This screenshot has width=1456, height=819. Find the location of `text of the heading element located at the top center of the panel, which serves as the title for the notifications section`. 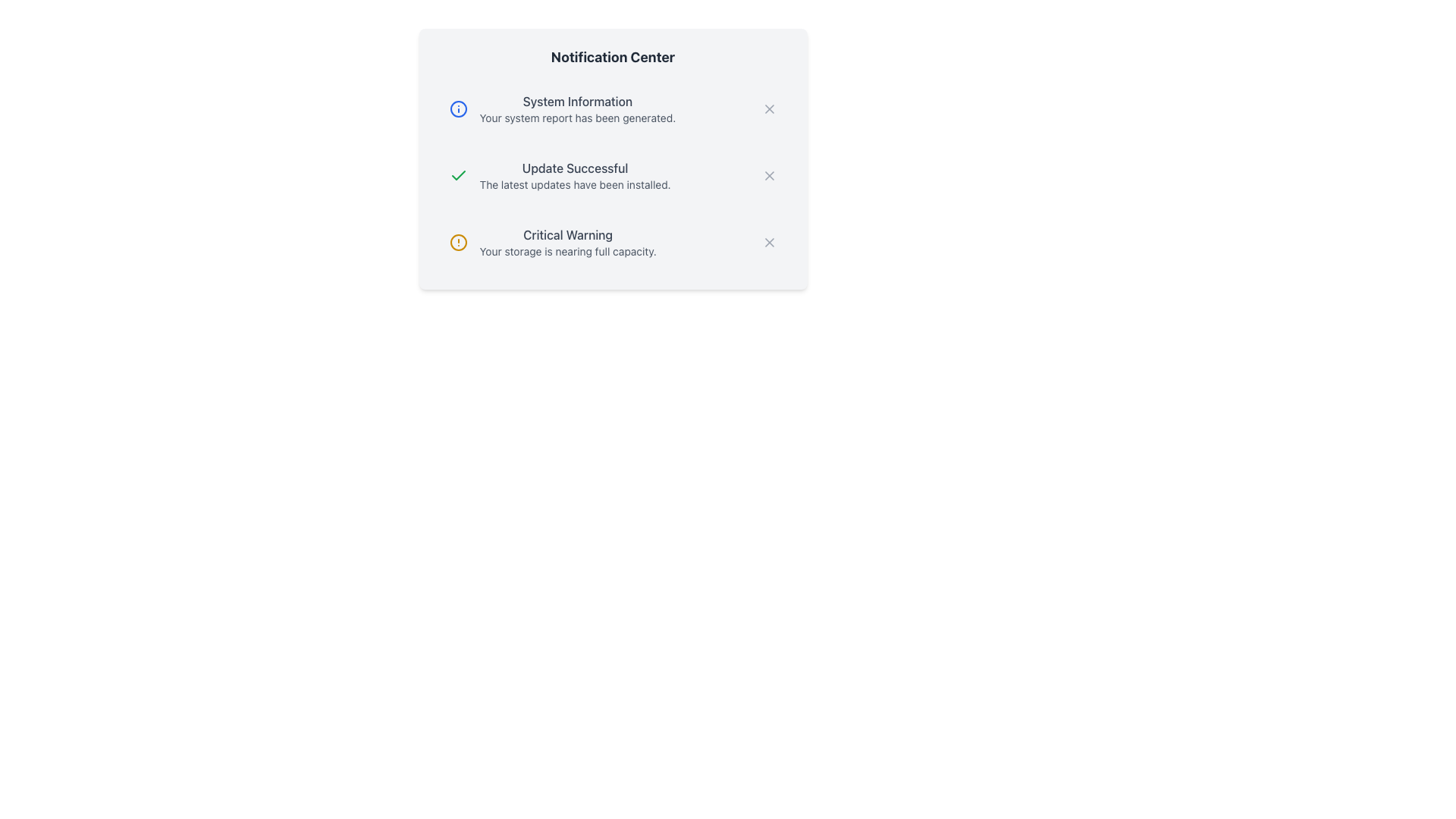

text of the heading element located at the top center of the panel, which serves as the title for the notifications section is located at coordinates (613, 57).